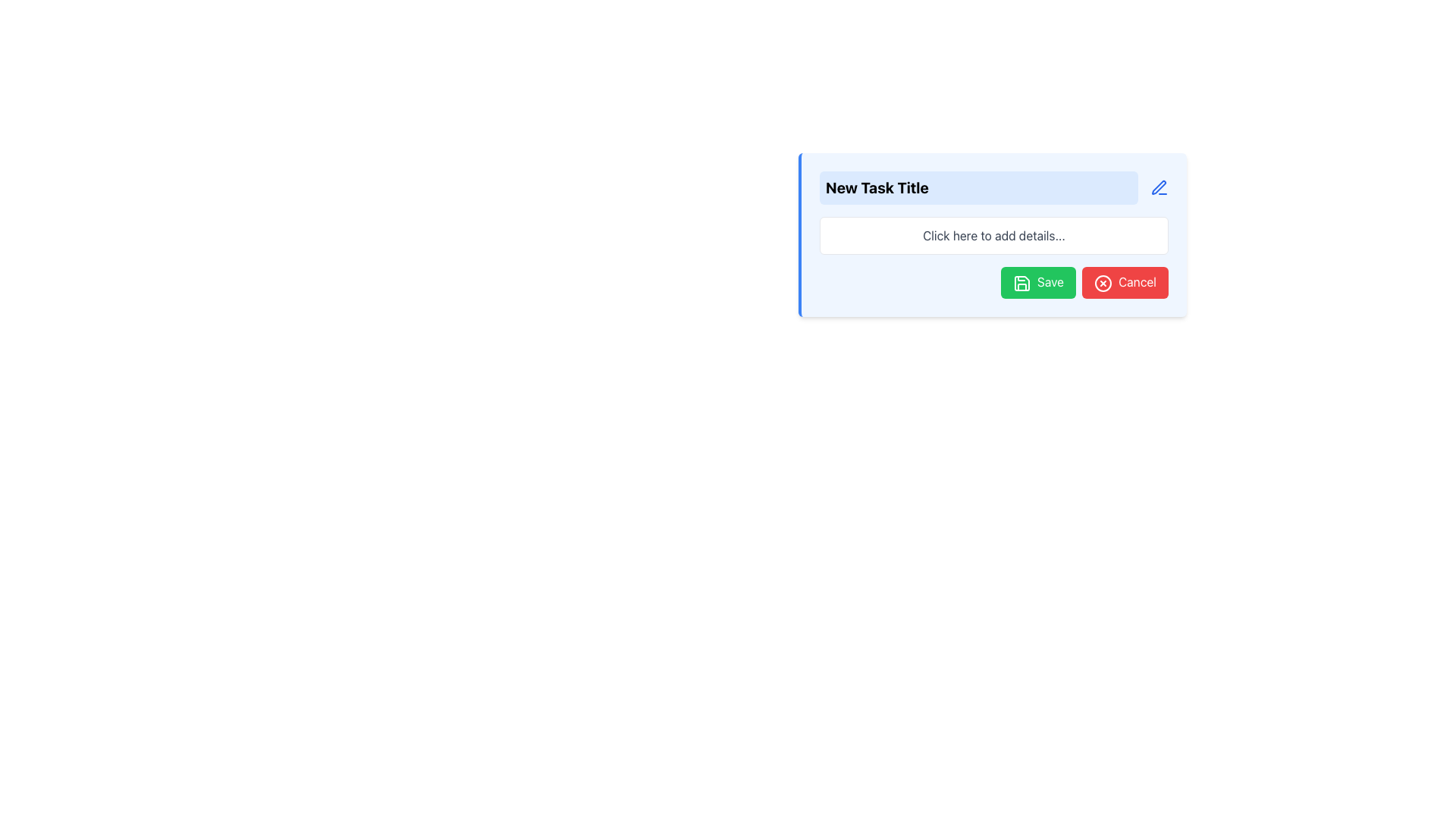 This screenshot has width=1456, height=819. Describe the element at coordinates (1125, 282) in the screenshot. I see `the 'Cancel' button` at that location.